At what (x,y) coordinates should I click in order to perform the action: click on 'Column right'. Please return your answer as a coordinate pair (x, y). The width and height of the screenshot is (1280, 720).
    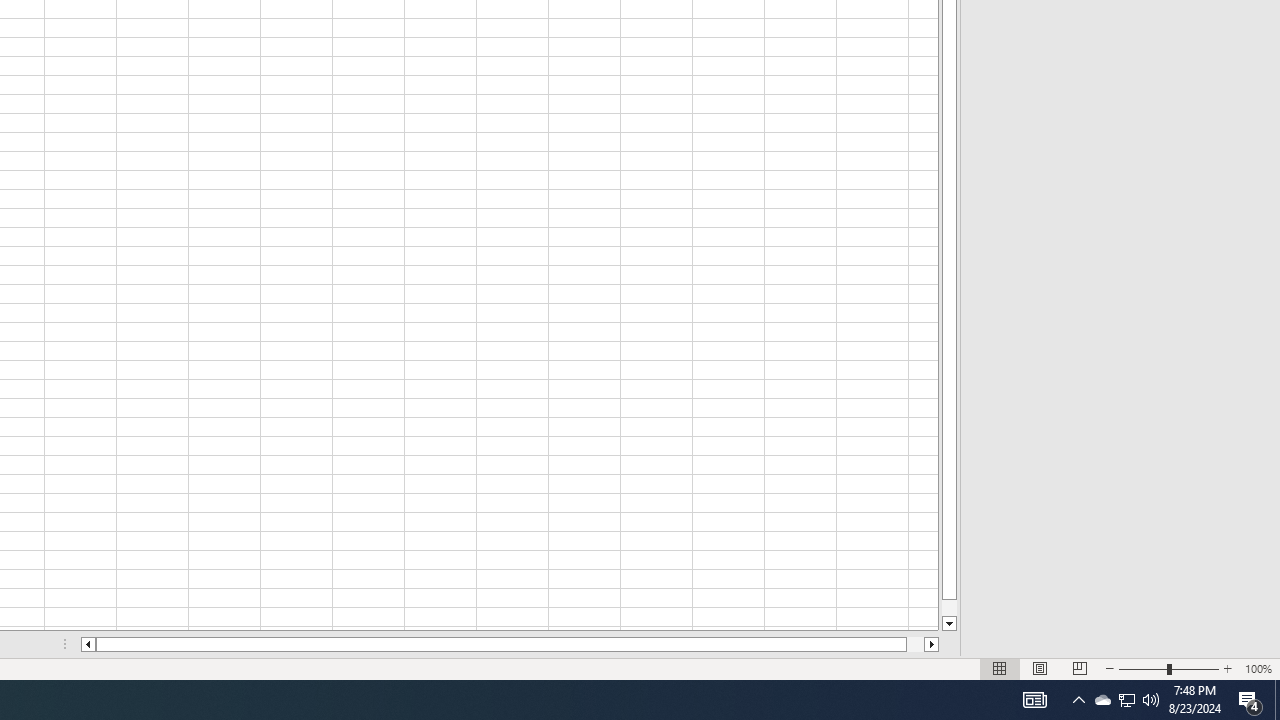
    Looking at the image, I should click on (931, 644).